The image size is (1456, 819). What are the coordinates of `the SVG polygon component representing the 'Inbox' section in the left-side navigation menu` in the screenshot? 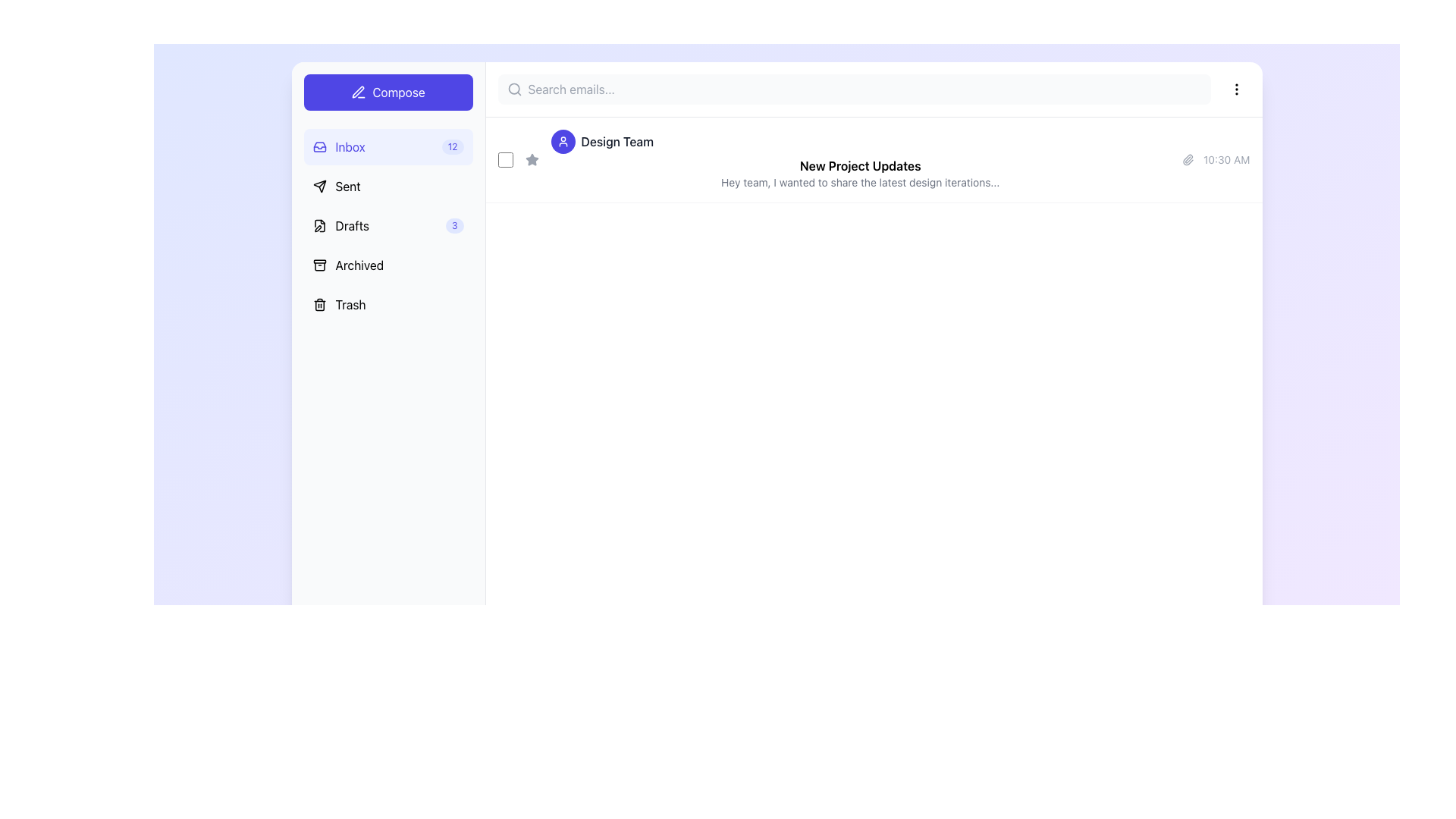 It's located at (318, 148).